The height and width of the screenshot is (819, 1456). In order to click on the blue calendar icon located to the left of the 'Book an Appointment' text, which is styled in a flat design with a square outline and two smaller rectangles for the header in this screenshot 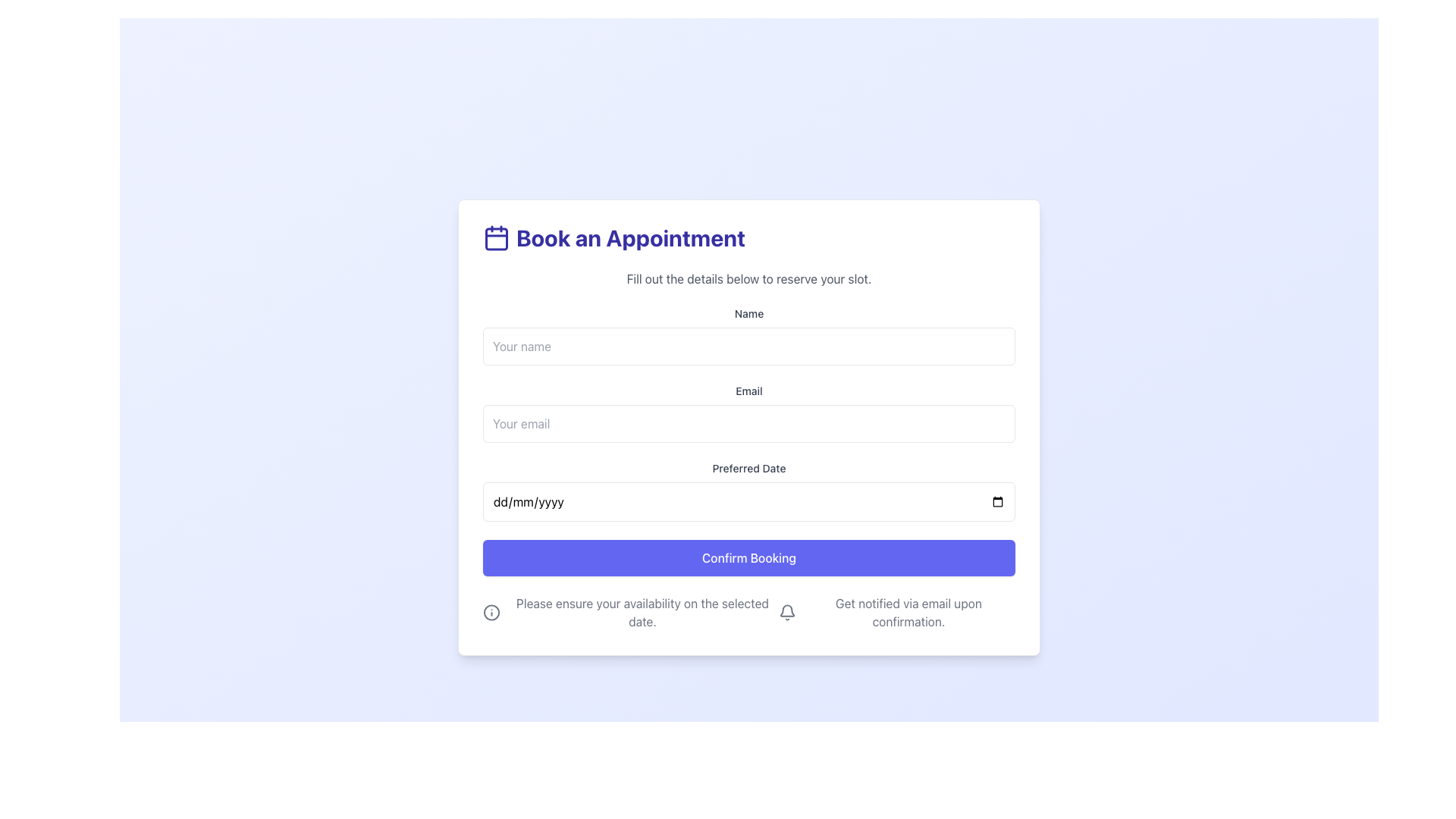, I will do `click(496, 237)`.